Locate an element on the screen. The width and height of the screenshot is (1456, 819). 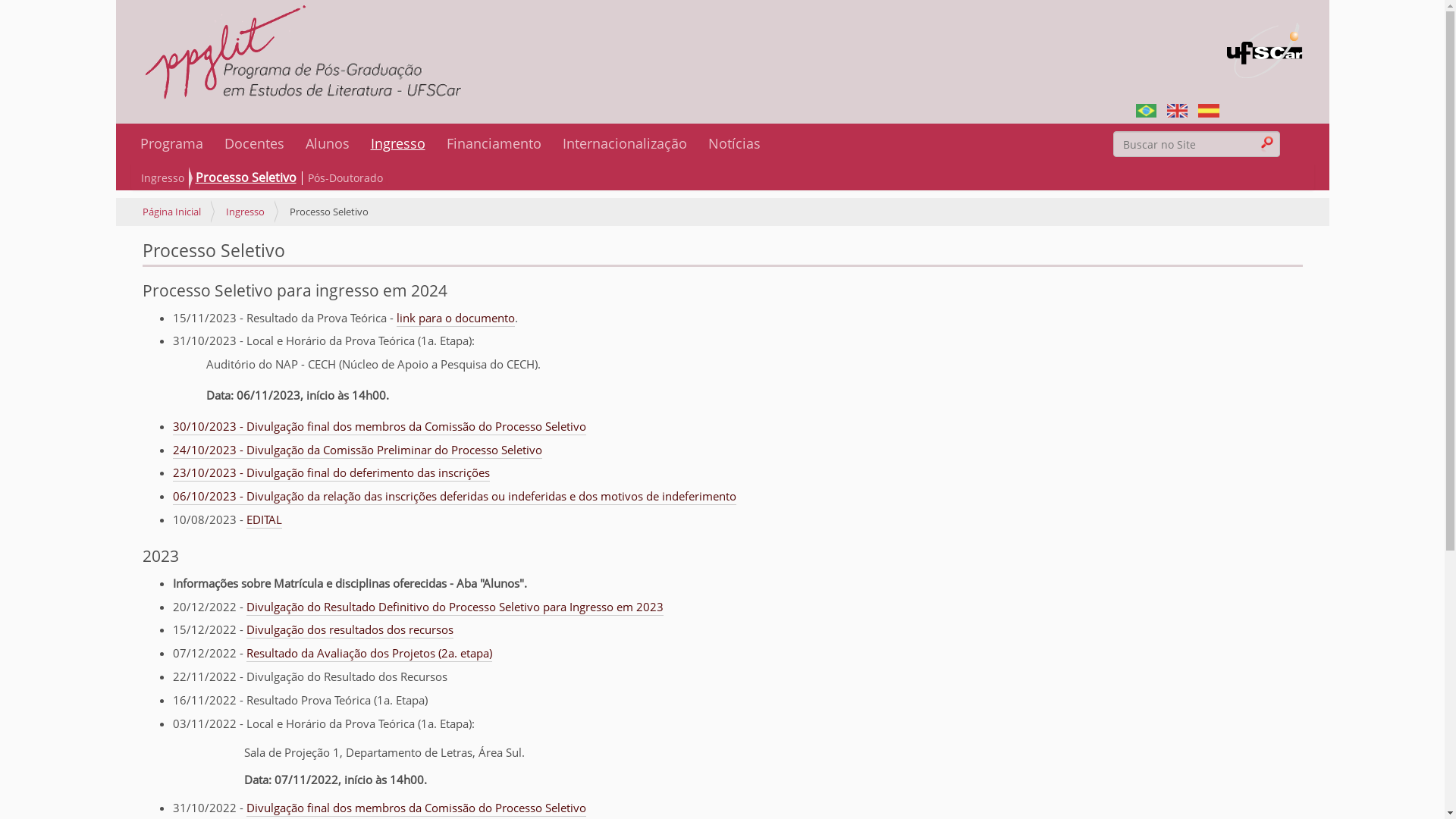
'Docentes' is located at coordinates (254, 143).